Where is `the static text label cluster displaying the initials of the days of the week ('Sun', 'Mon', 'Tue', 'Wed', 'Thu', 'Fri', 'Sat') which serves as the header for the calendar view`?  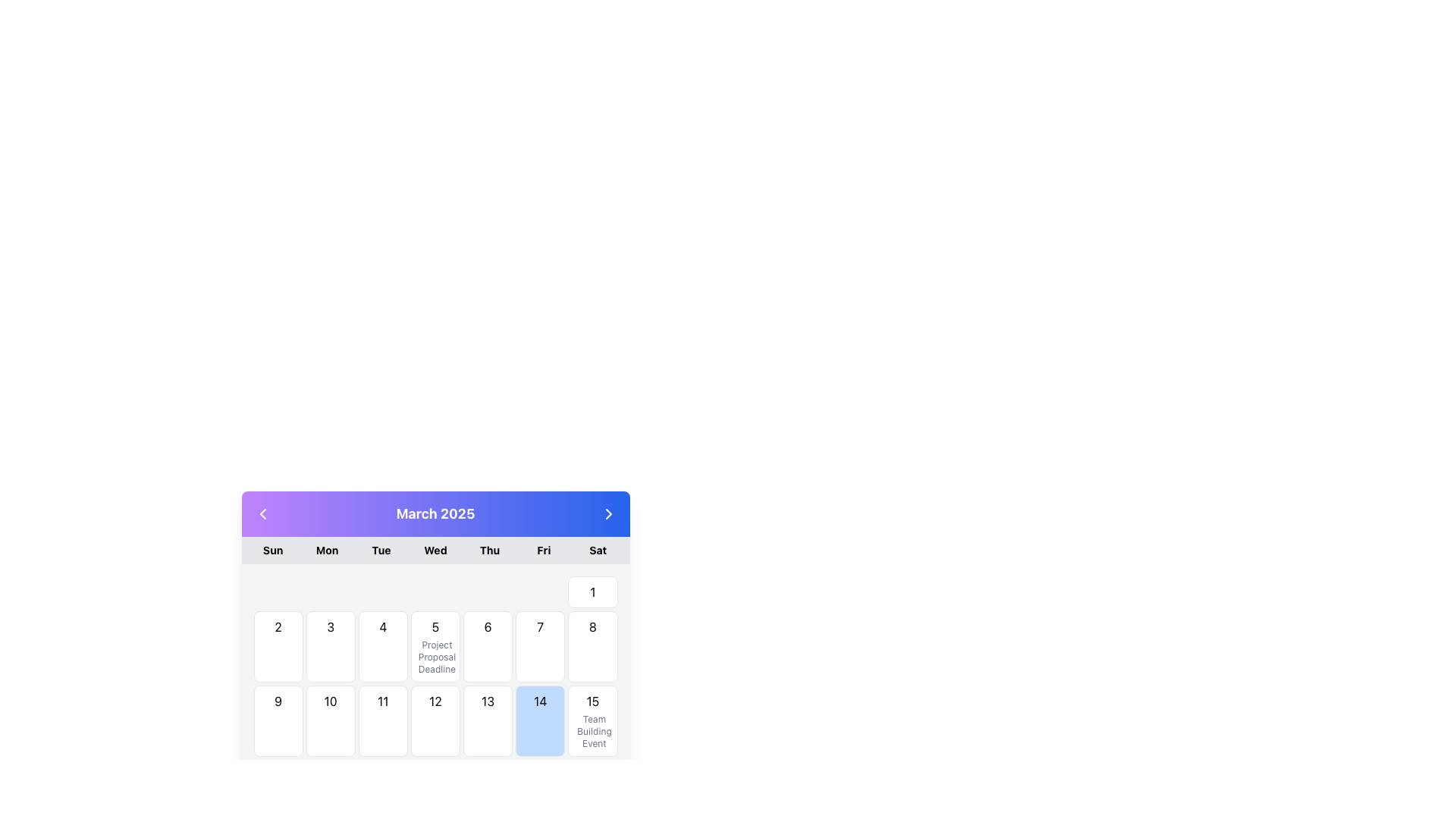
the static text label cluster displaying the initials of the days of the week ('Sun', 'Mon', 'Tue', 'Wed', 'Thu', 'Fri', 'Sat') which serves as the header for the calendar view is located at coordinates (435, 550).